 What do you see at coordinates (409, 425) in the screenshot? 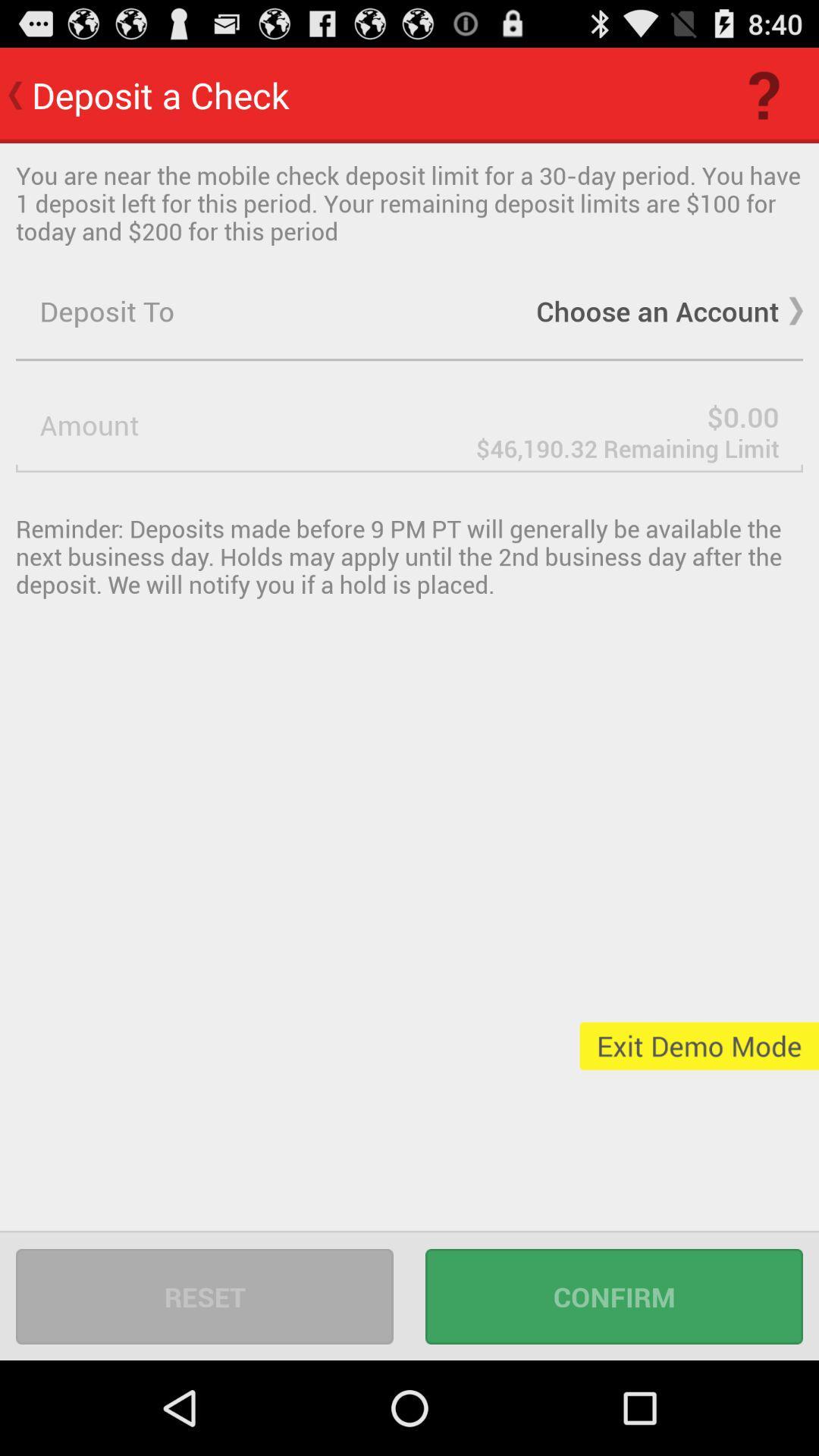
I see `amount` at bounding box center [409, 425].